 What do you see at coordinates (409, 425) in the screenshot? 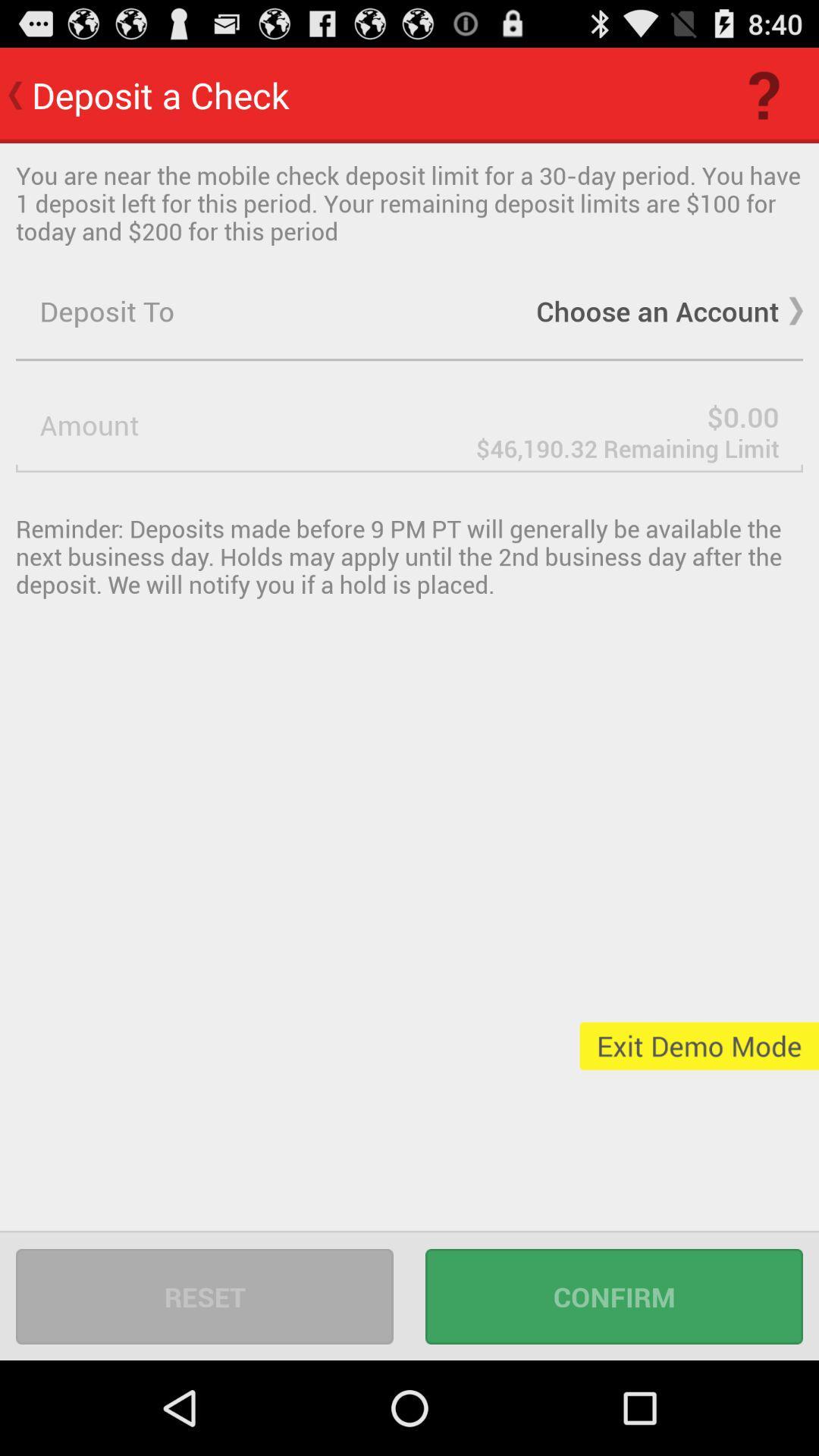
I see `amount` at bounding box center [409, 425].